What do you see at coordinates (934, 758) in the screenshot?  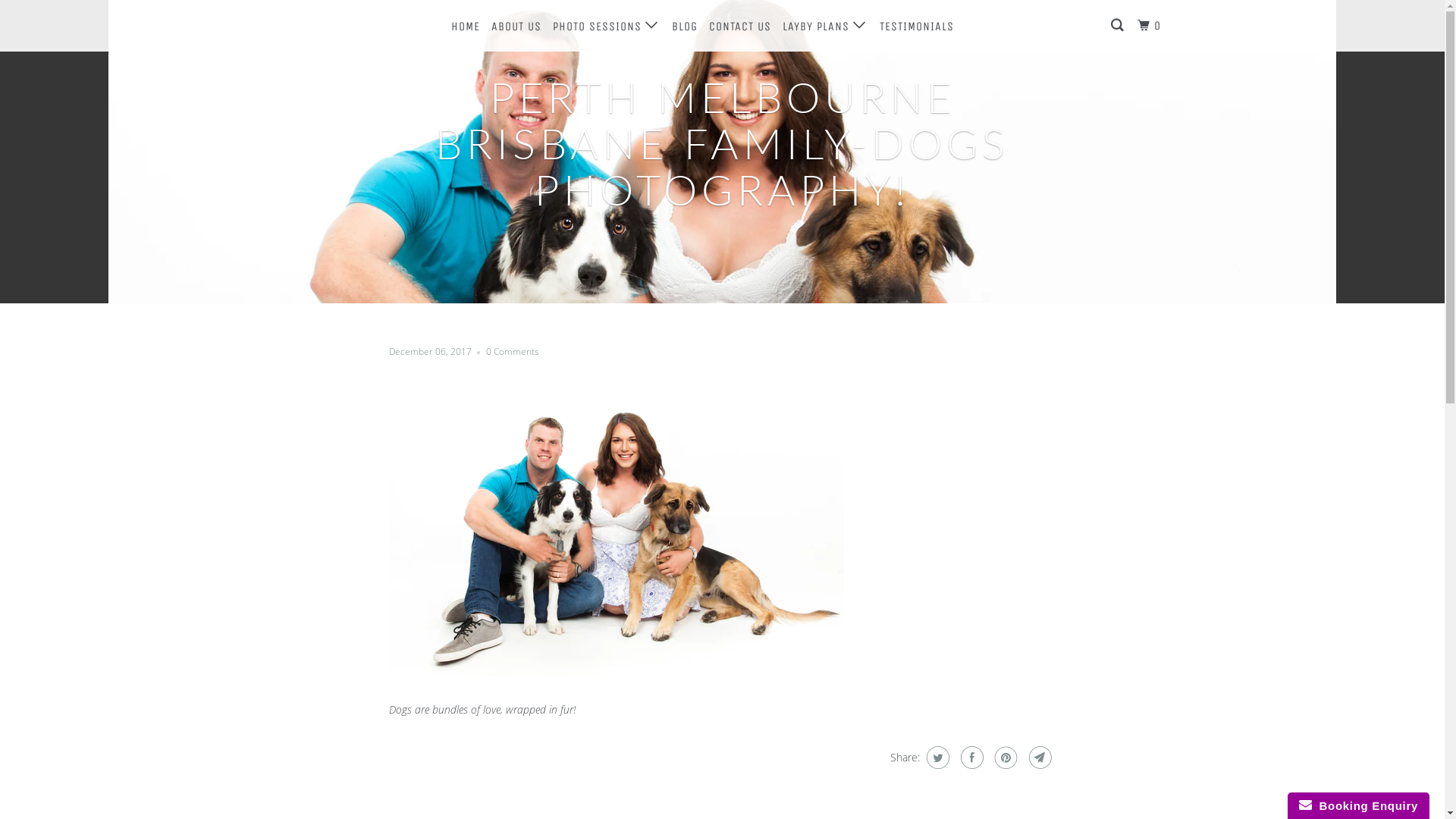 I see `'Share this on Twitter'` at bounding box center [934, 758].